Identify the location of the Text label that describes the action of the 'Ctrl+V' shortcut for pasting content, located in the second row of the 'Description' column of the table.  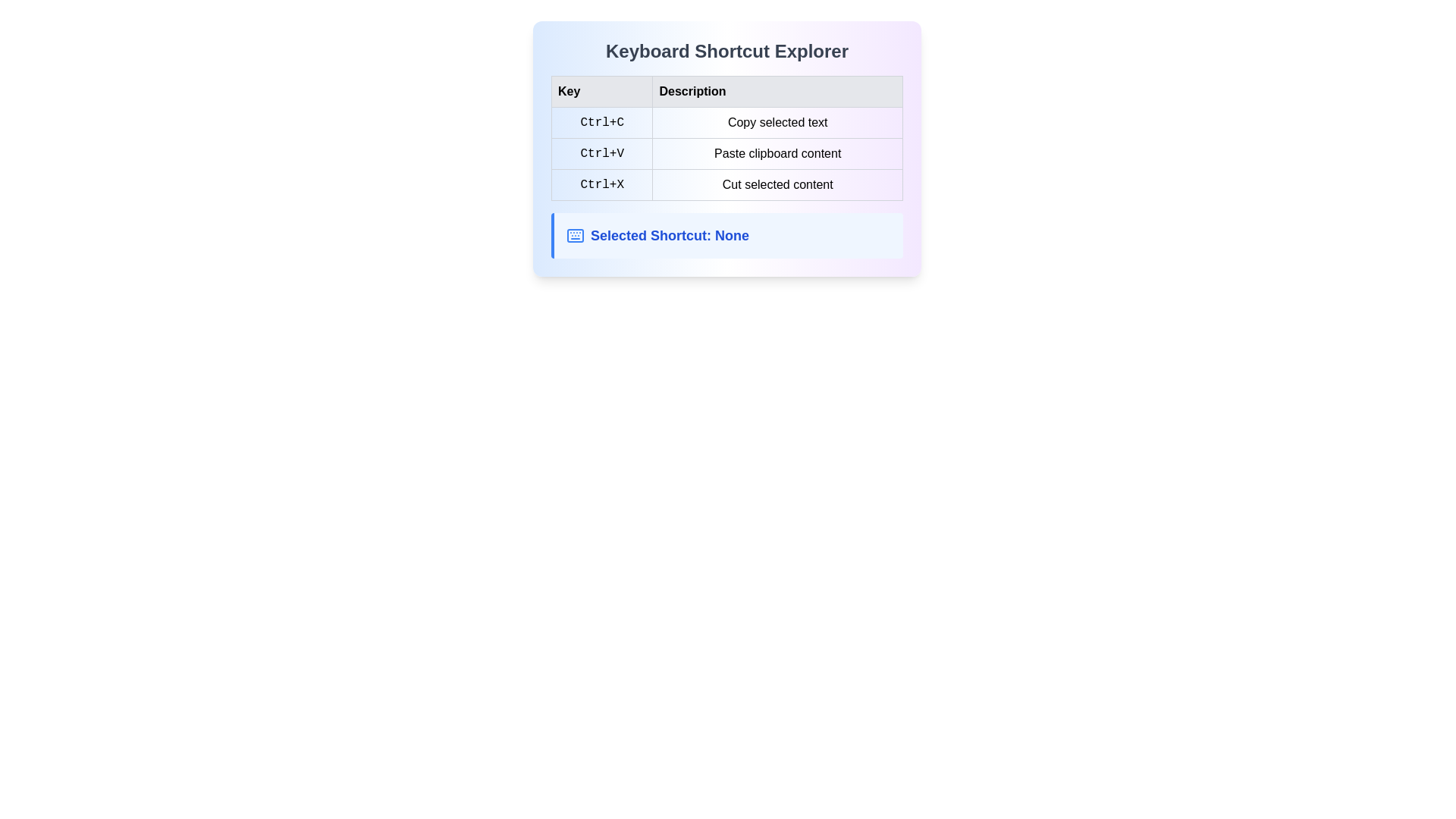
(777, 154).